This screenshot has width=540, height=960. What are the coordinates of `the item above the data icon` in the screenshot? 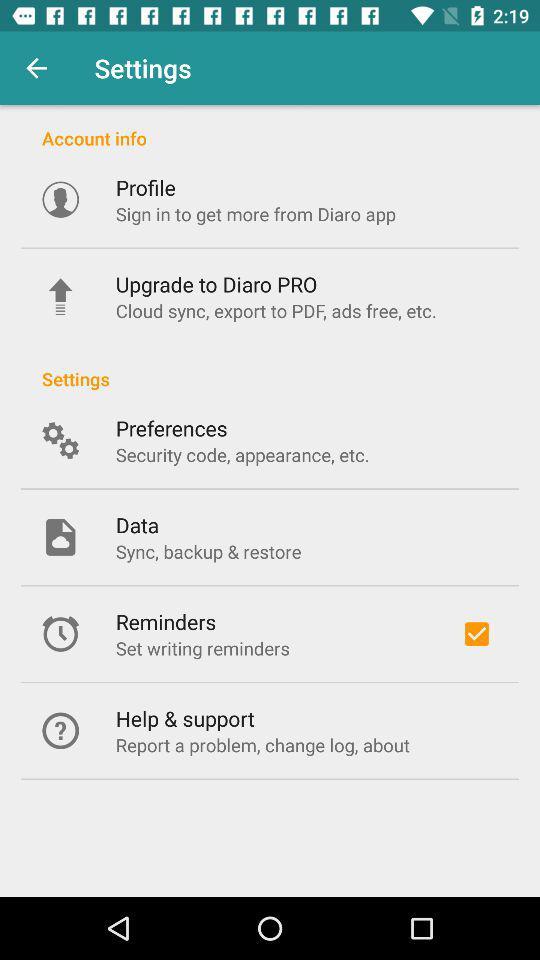 It's located at (242, 454).